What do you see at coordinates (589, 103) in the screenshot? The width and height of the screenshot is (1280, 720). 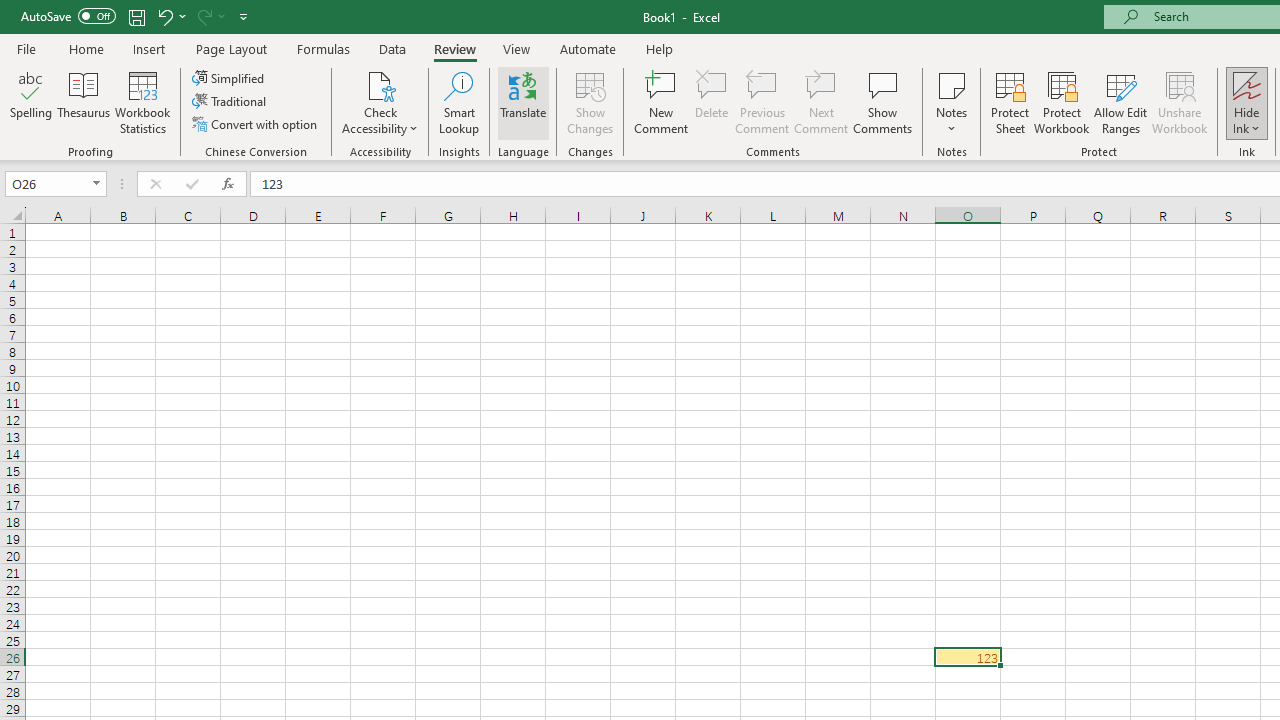 I see `'Show Changes'` at bounding box center [589, 103].